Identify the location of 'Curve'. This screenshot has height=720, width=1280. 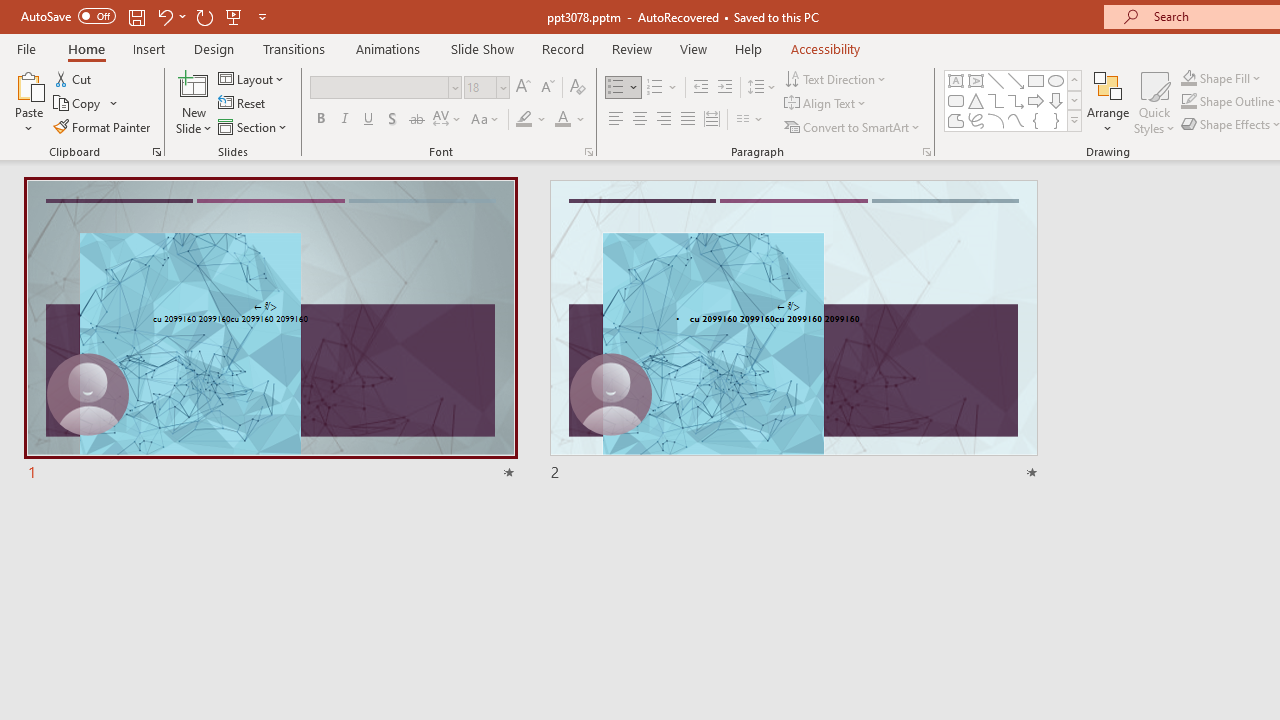
(1016, 120).